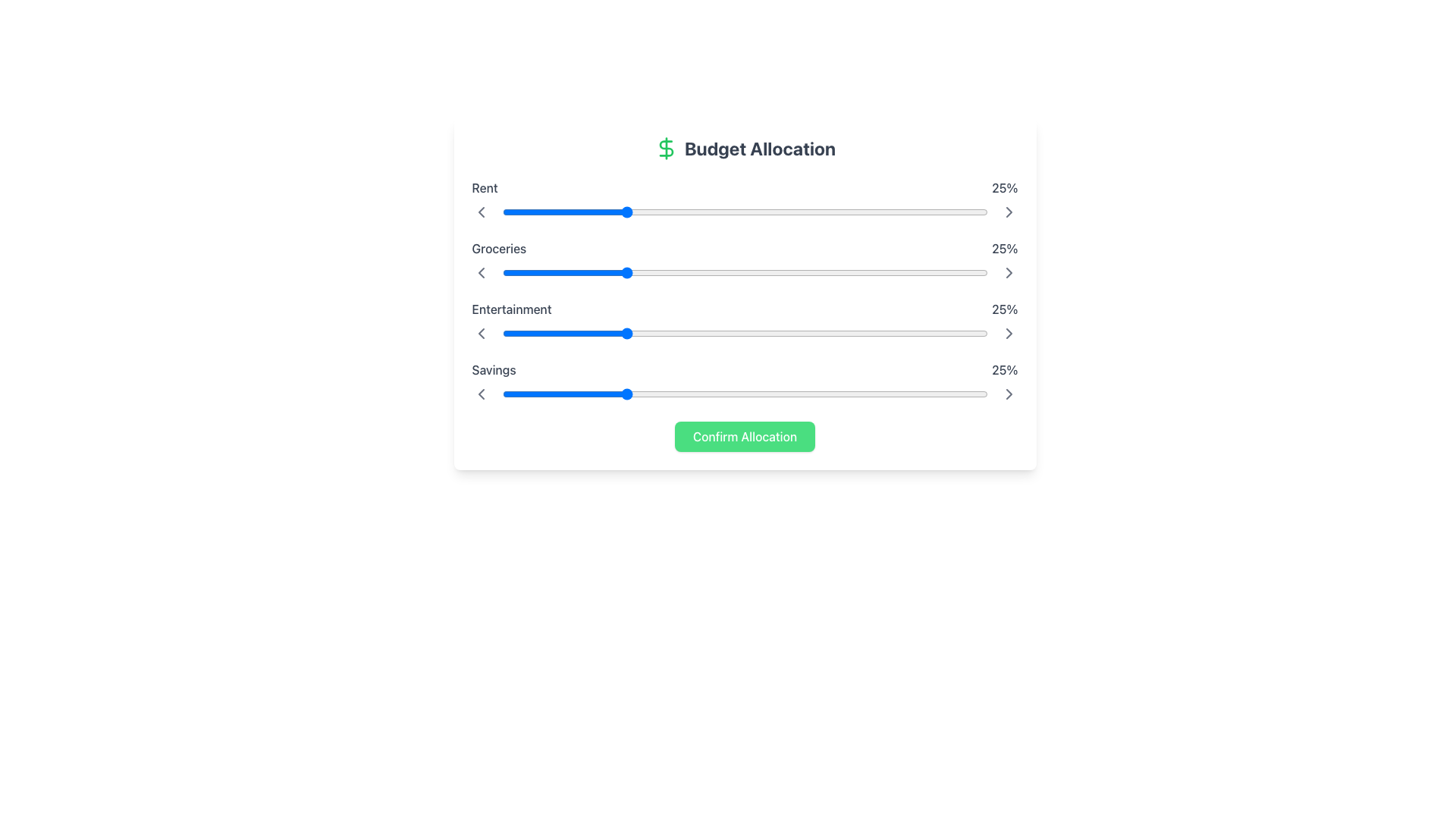 The height and width of the screenshot is (819, 1456). What do you see at coordinates (570, 271) in the screenshot?
I see `the slider value` at bounding box center [570, 271].